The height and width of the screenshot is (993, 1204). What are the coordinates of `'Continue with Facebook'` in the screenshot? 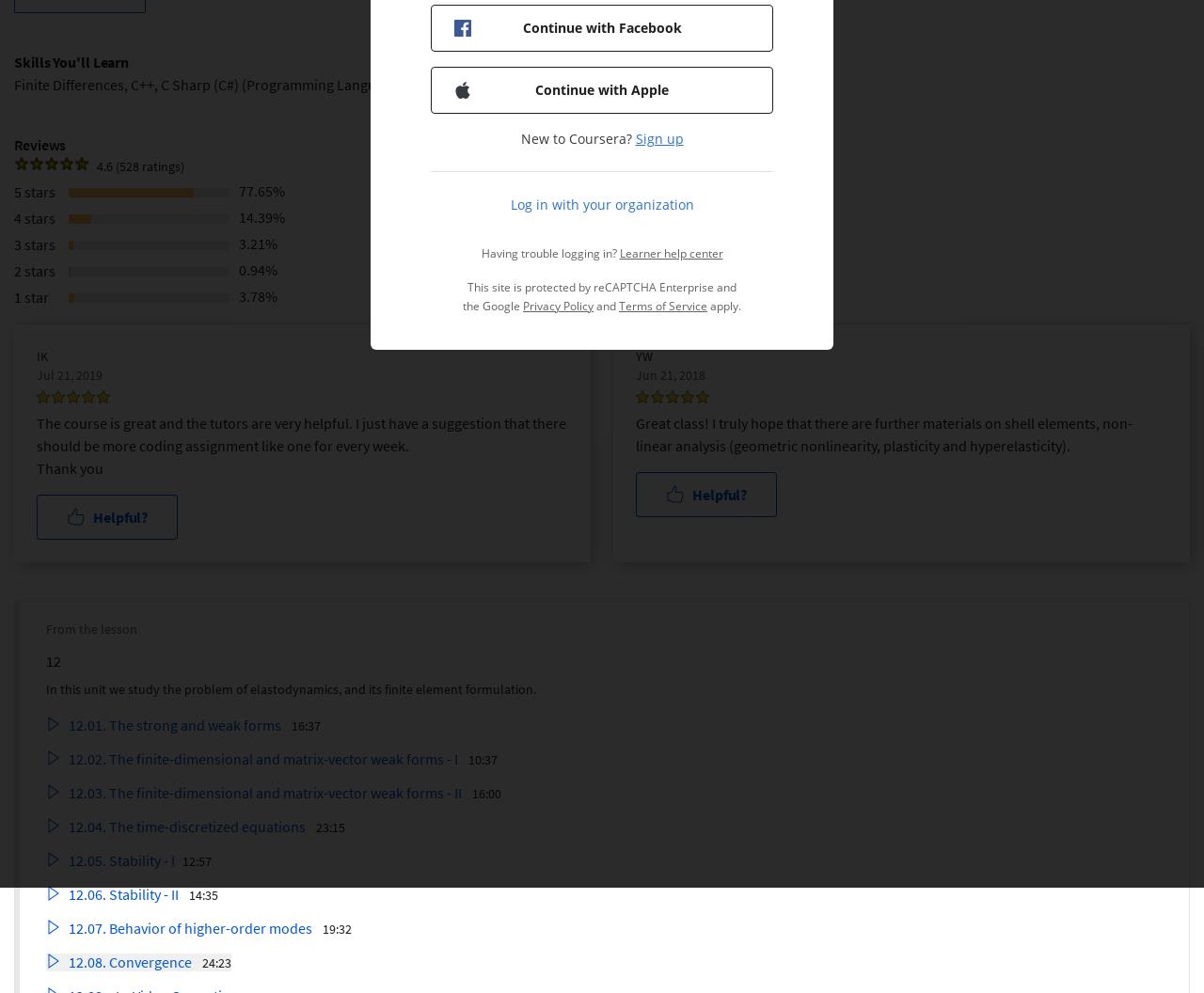 It's located at (522, 27).